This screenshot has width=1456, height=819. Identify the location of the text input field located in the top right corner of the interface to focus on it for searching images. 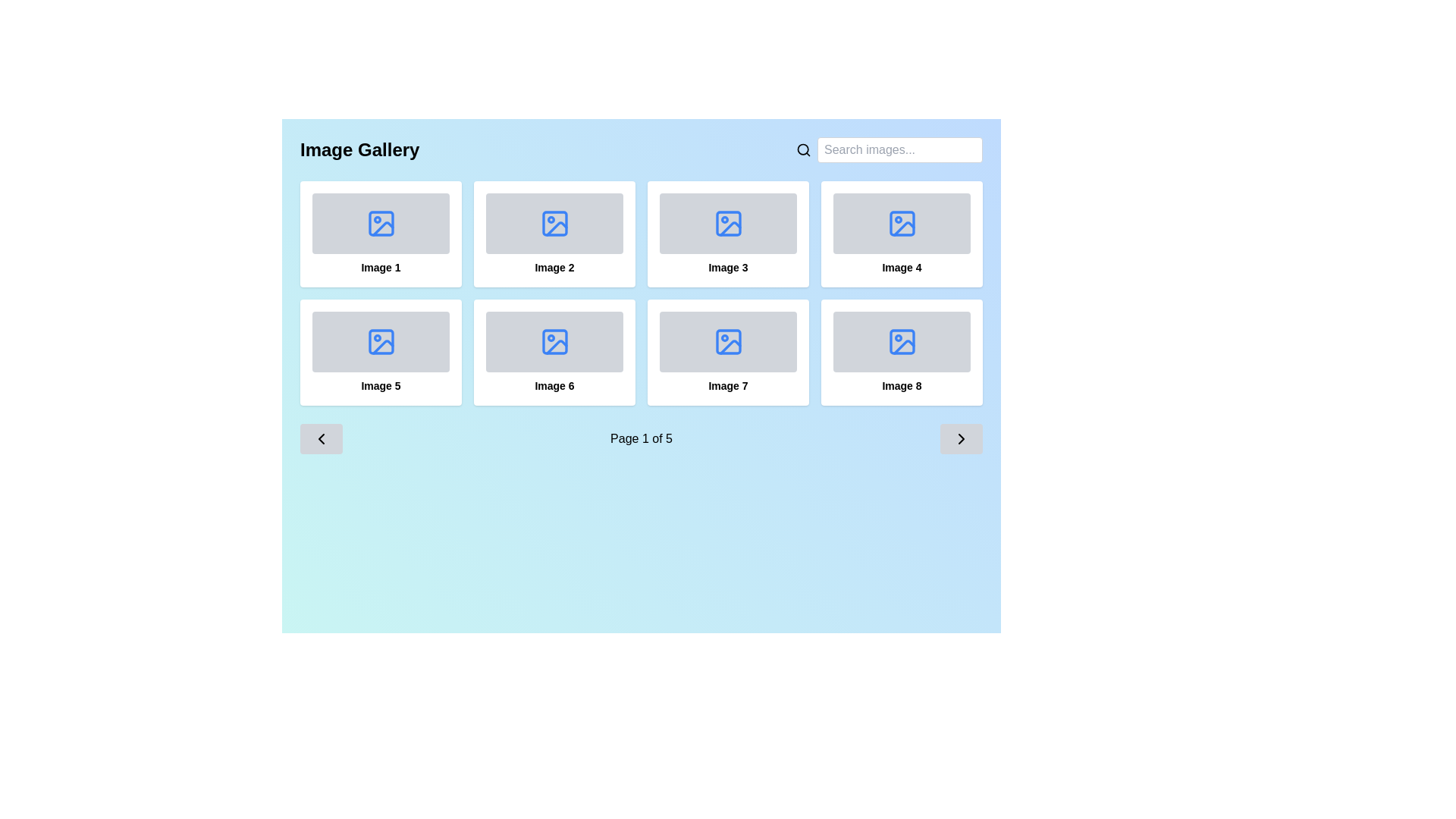
(899, 149).